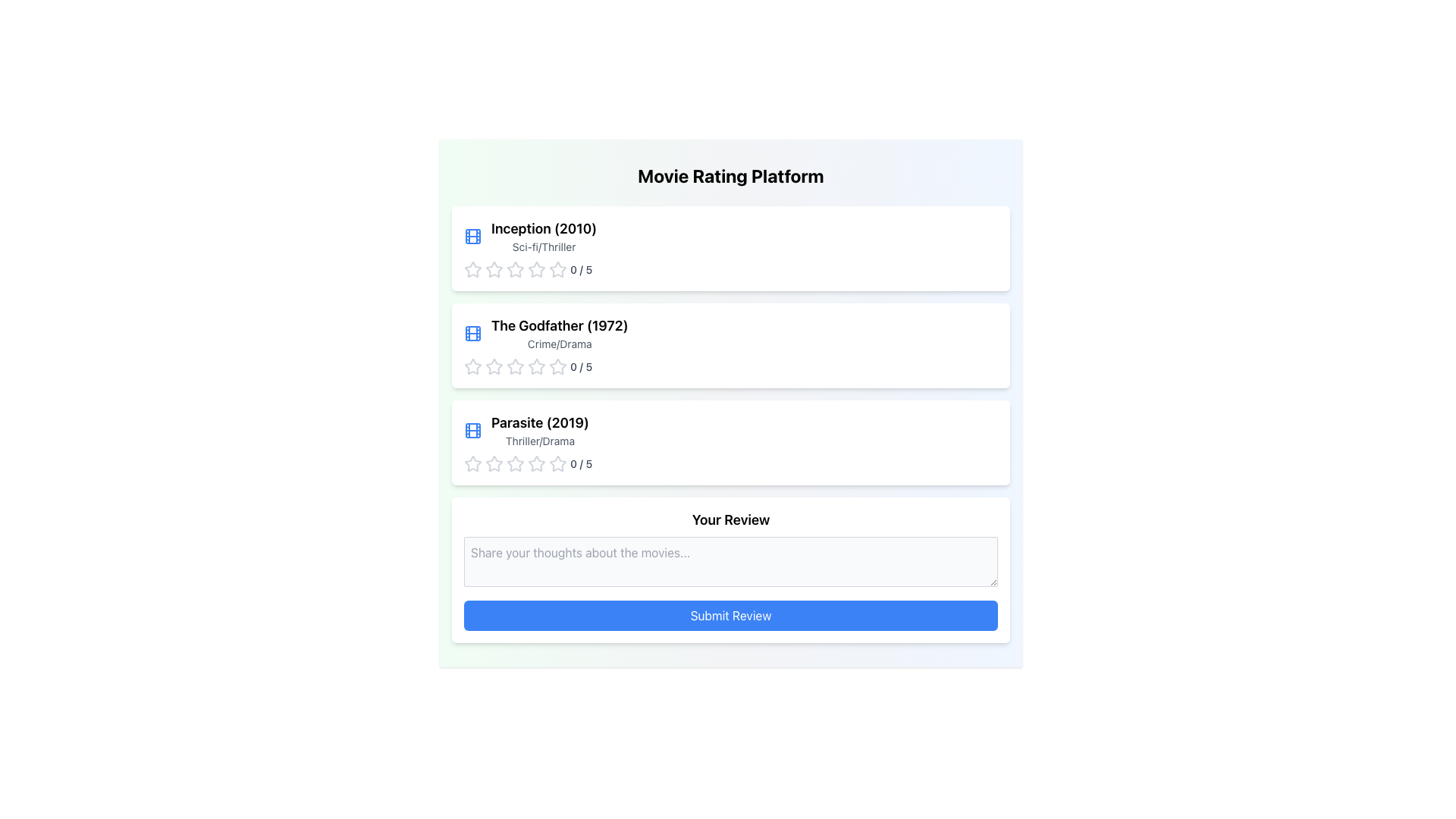 The width and height of the screenshot is (1456, 819). I want to click on the hollow gray star-shaped icon in the rating section for the movie 'Parasite (2019)', so click(472, 463).